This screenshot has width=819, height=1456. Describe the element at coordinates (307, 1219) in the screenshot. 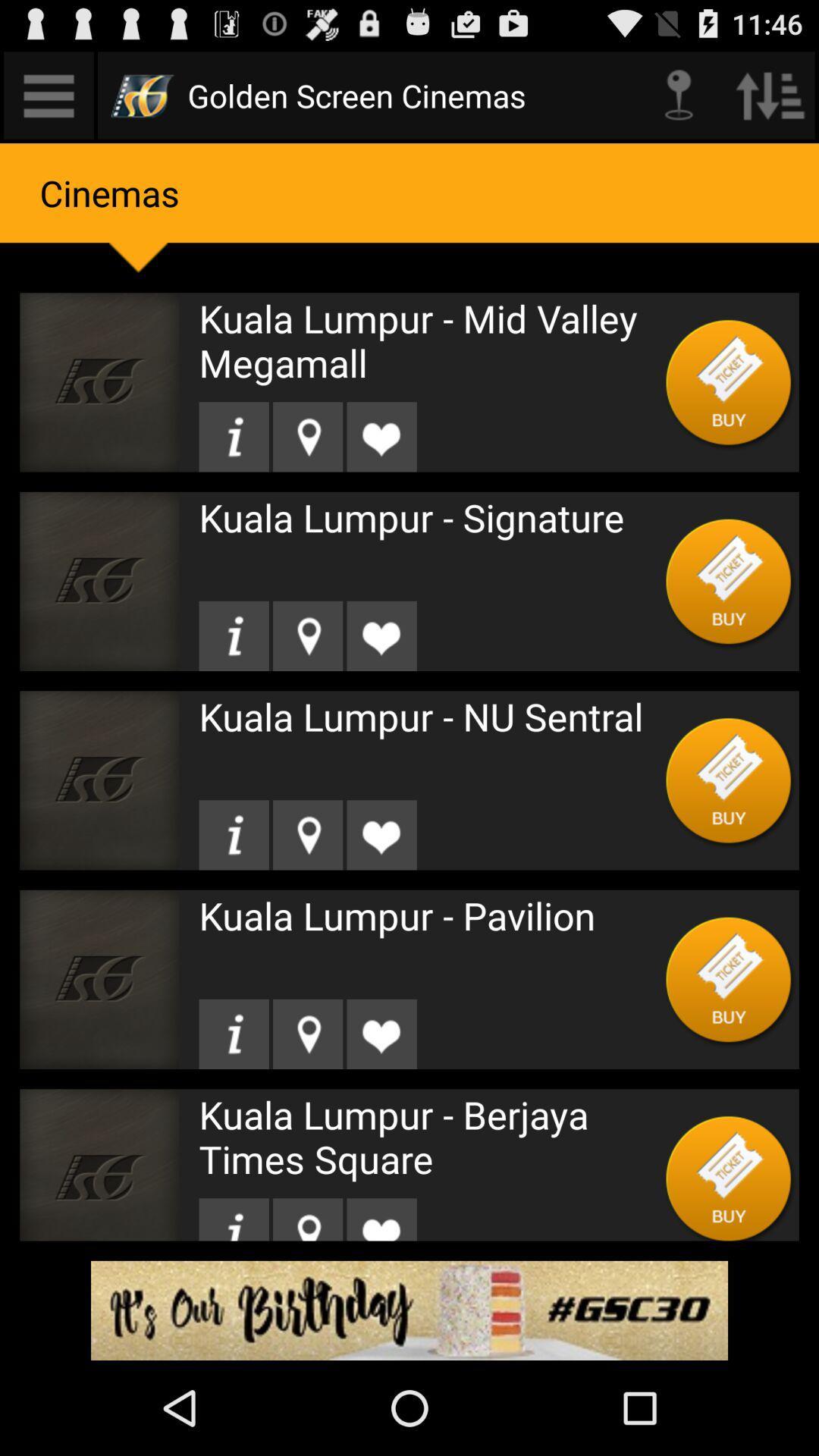

I see `check into location` at that location.